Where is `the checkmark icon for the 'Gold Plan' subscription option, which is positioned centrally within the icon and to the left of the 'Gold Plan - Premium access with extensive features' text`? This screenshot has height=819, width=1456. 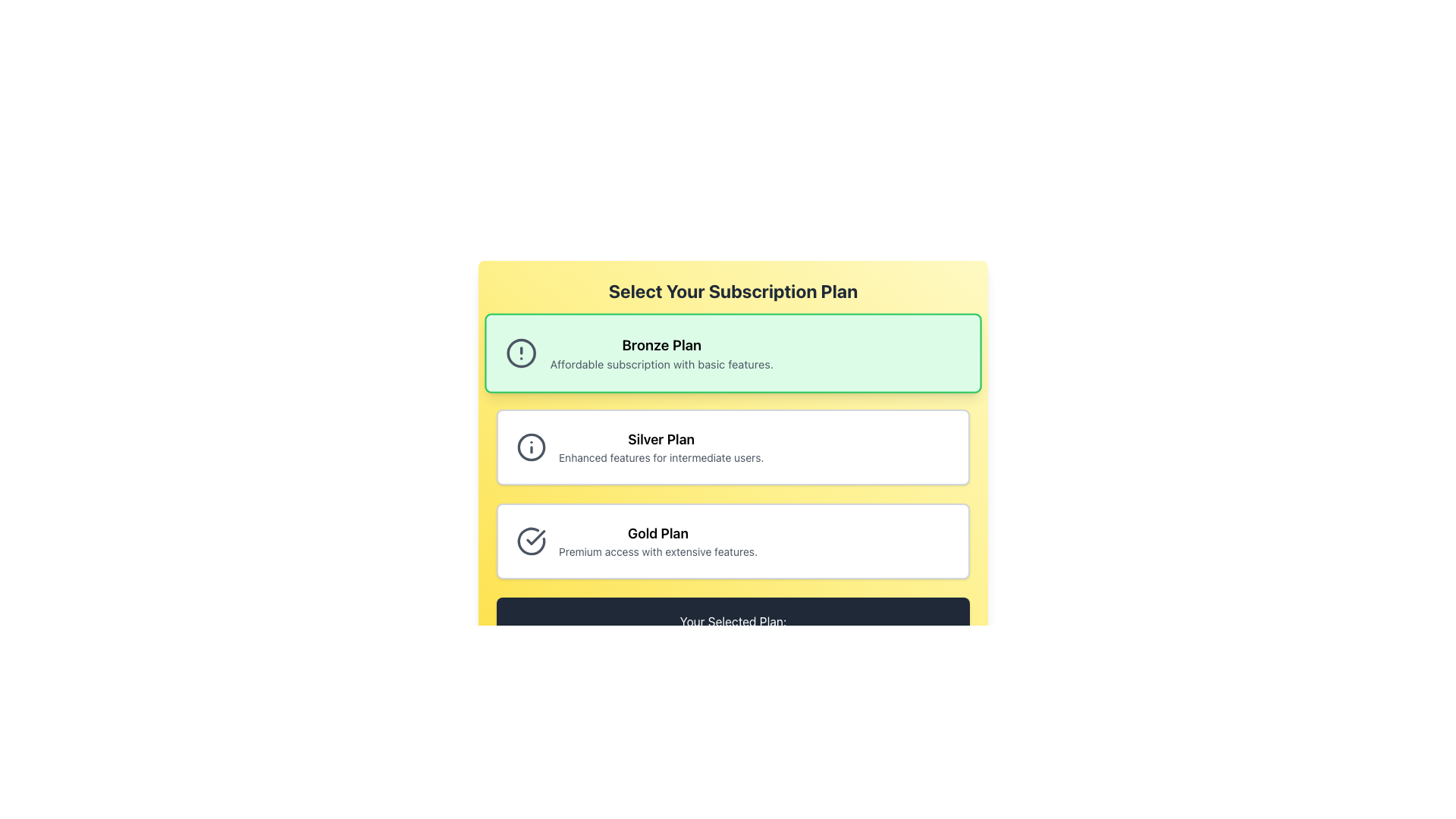 the checkmark icon for the 'Gold Plan' subscription option, which is positioned centrally within the icon and to the left of the 'Gold Plan - Premium access with extensive features' text is located at coordinates (535, 537).